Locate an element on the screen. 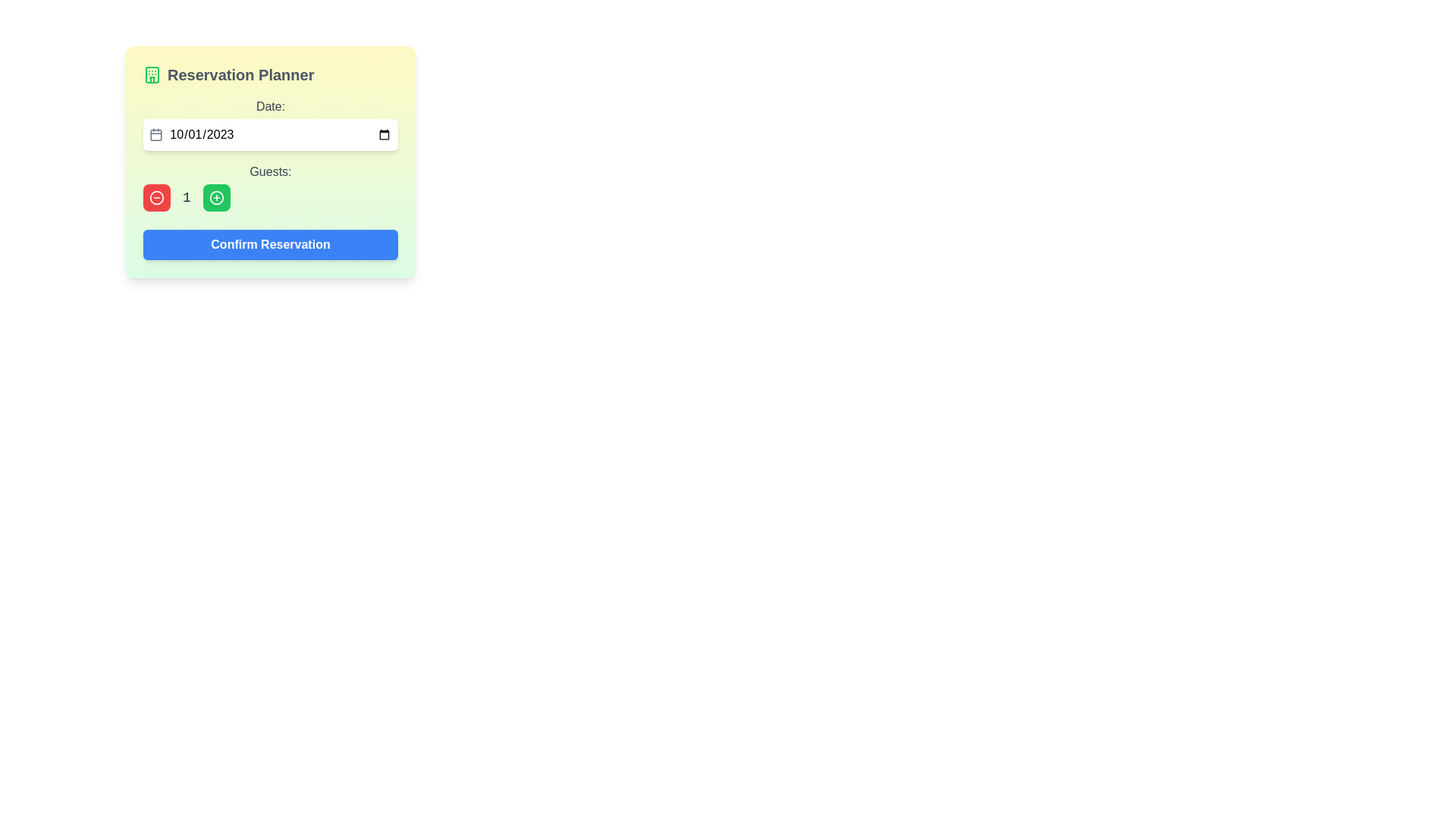 The image size is (1456, 819). the text label that describes the date input field in the 'Reservation Planner' form, located at the top-left quadrant above the date input field is located at coordinates (270, 106).